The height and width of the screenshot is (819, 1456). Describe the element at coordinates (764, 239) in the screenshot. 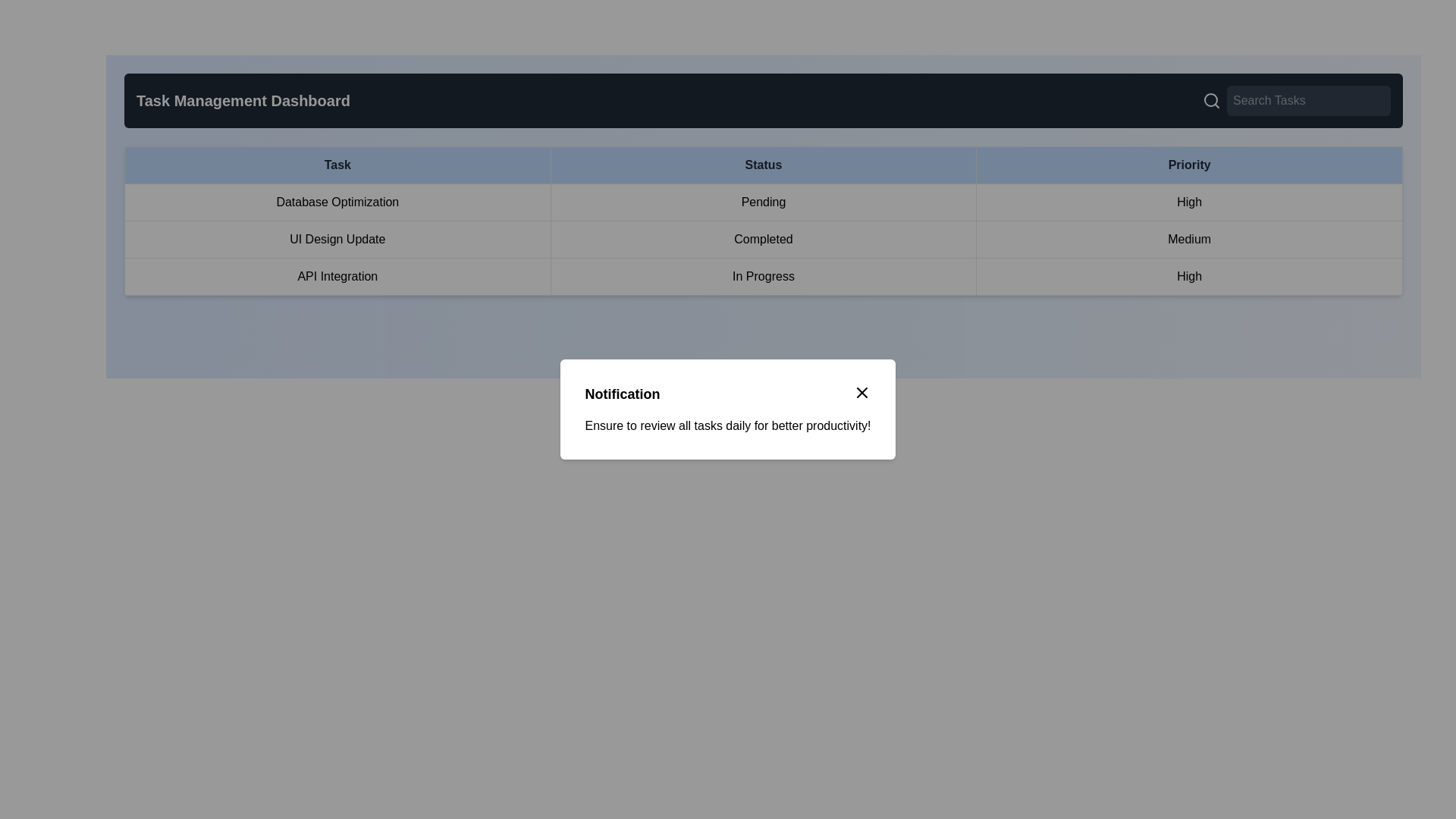

I see `the status label indicating the completion status of the 'UI Design Update' task, which is located in the middle cell of the 'Status' column in the table` at that location.